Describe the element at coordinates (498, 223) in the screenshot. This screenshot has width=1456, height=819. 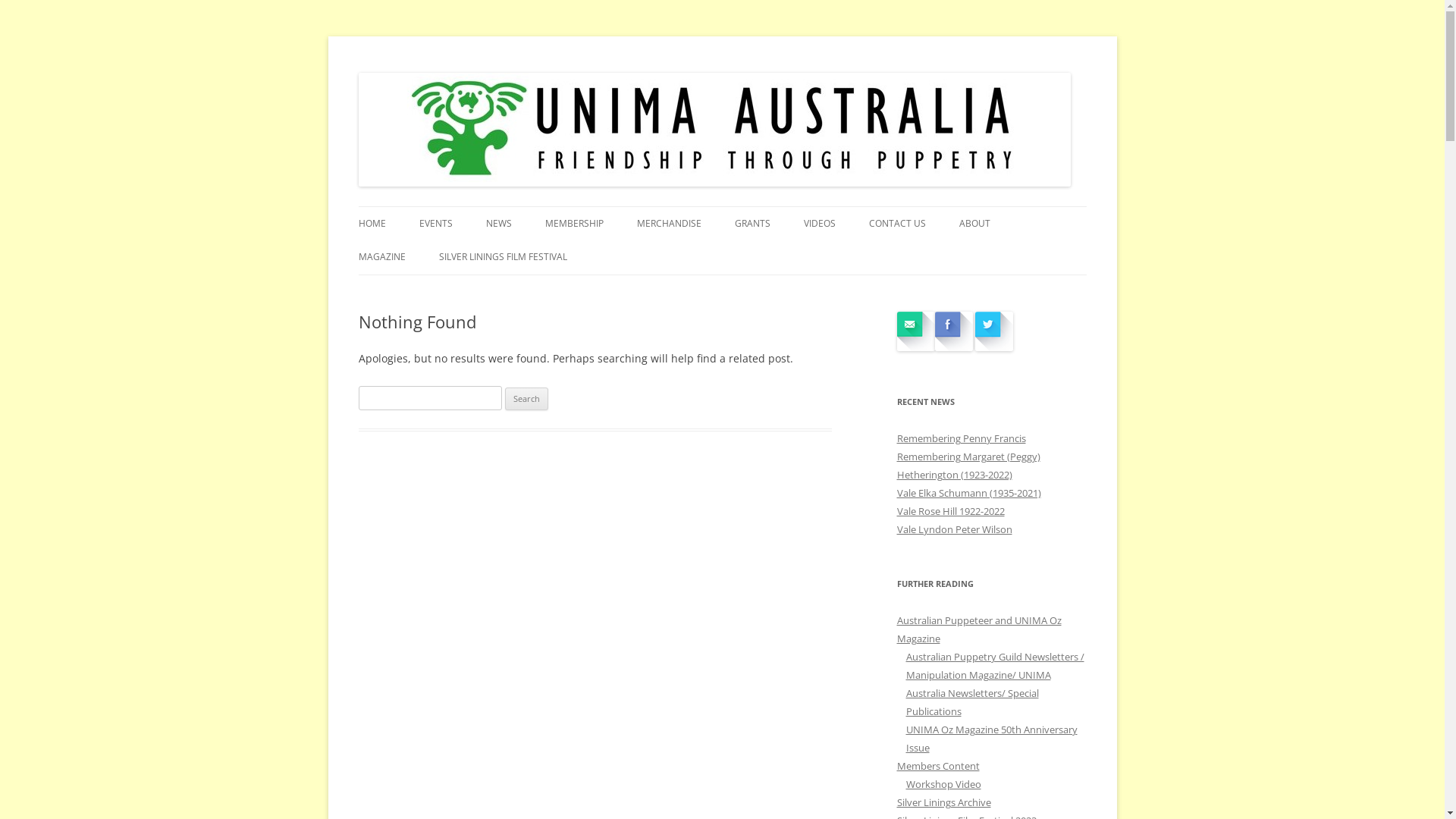
I see `'NEWS'` at that location.